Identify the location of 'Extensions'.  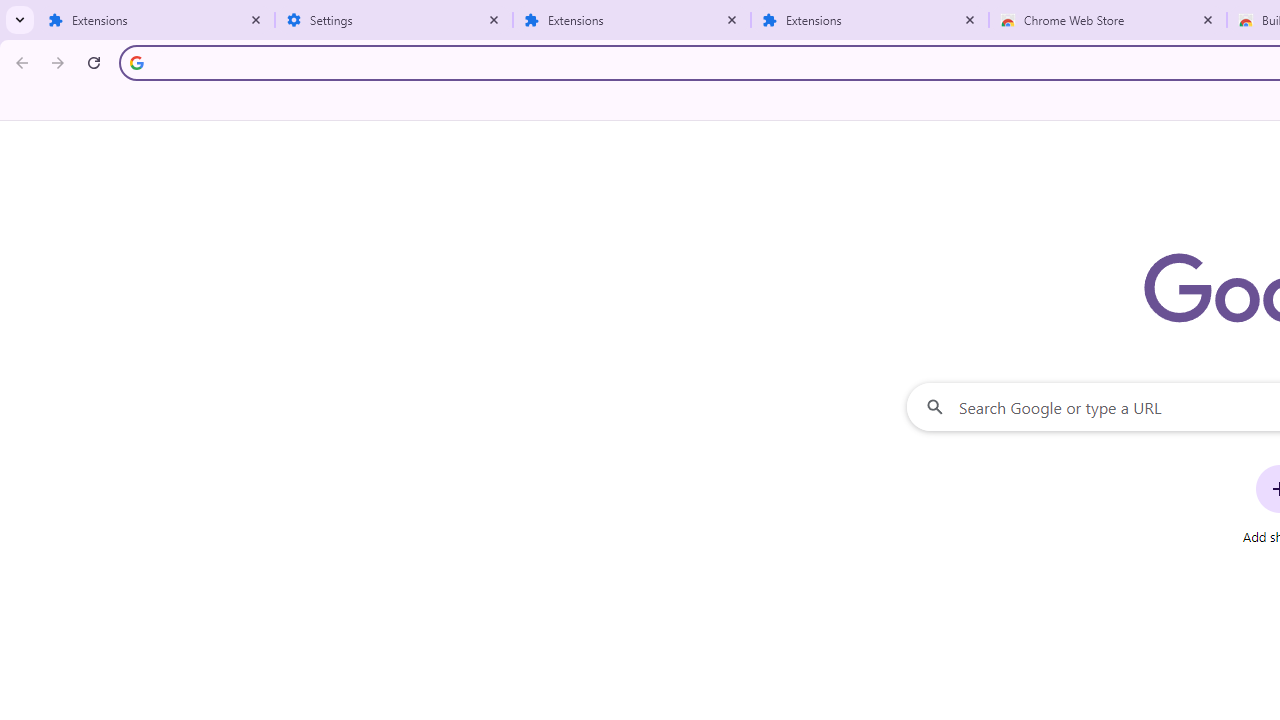
(155, 20).